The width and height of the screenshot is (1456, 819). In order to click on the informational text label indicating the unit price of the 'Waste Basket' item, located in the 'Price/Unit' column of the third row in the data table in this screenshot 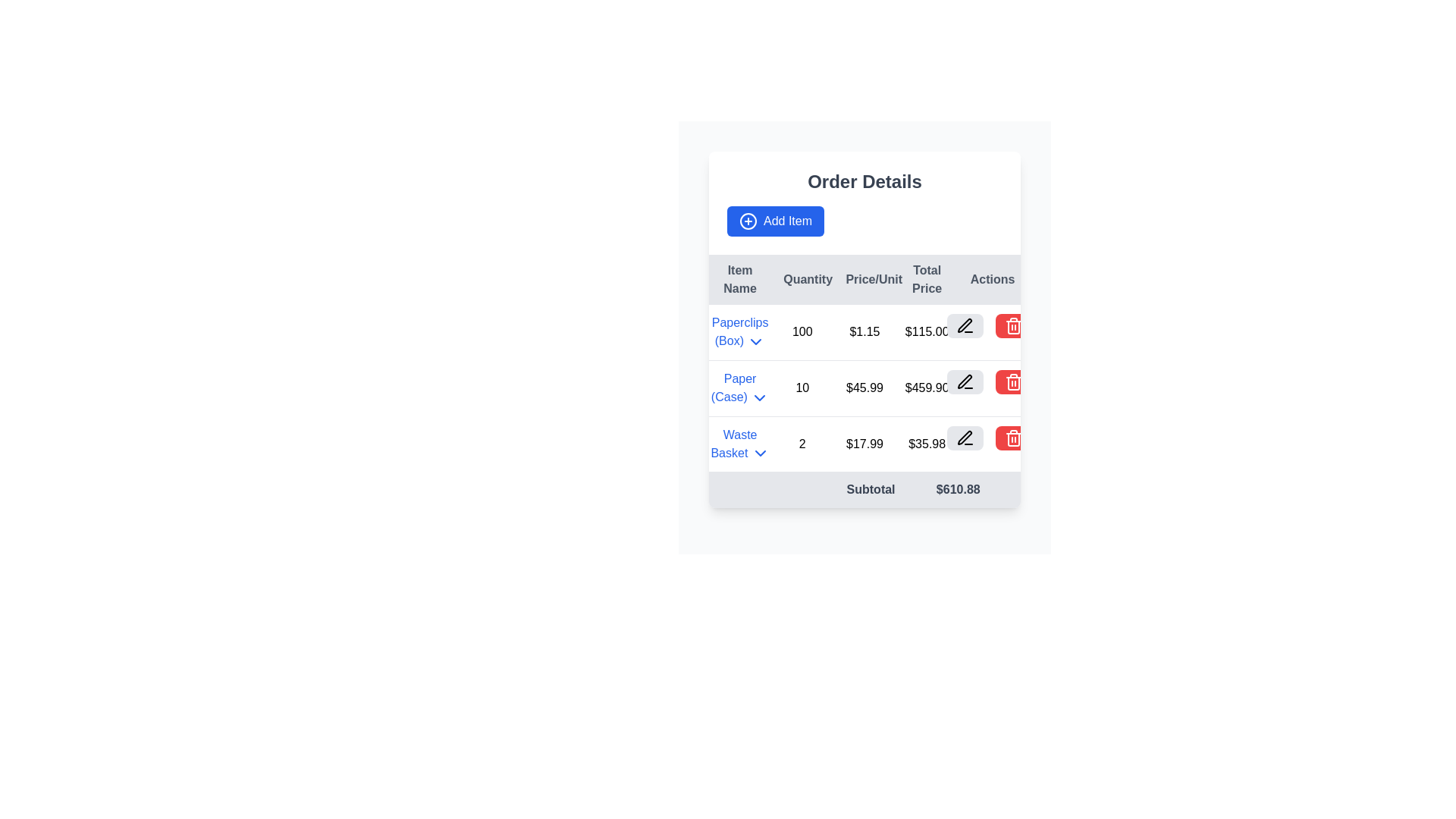, I will do `click(864, 444)`.